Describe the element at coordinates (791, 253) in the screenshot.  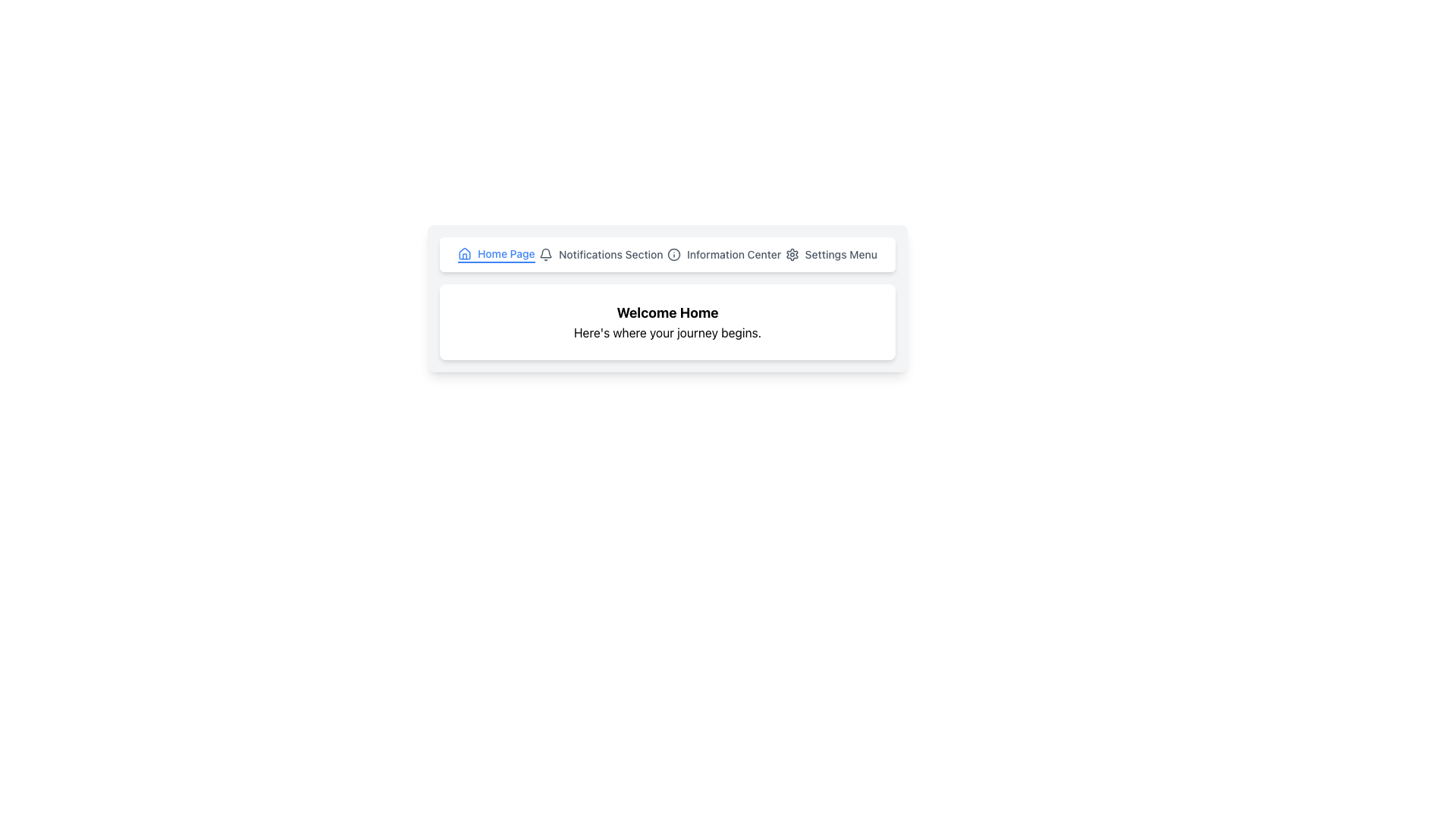
I see `the settings icon, which is a minimalistic gear shape located in the top-right header navigation bar` at that location.